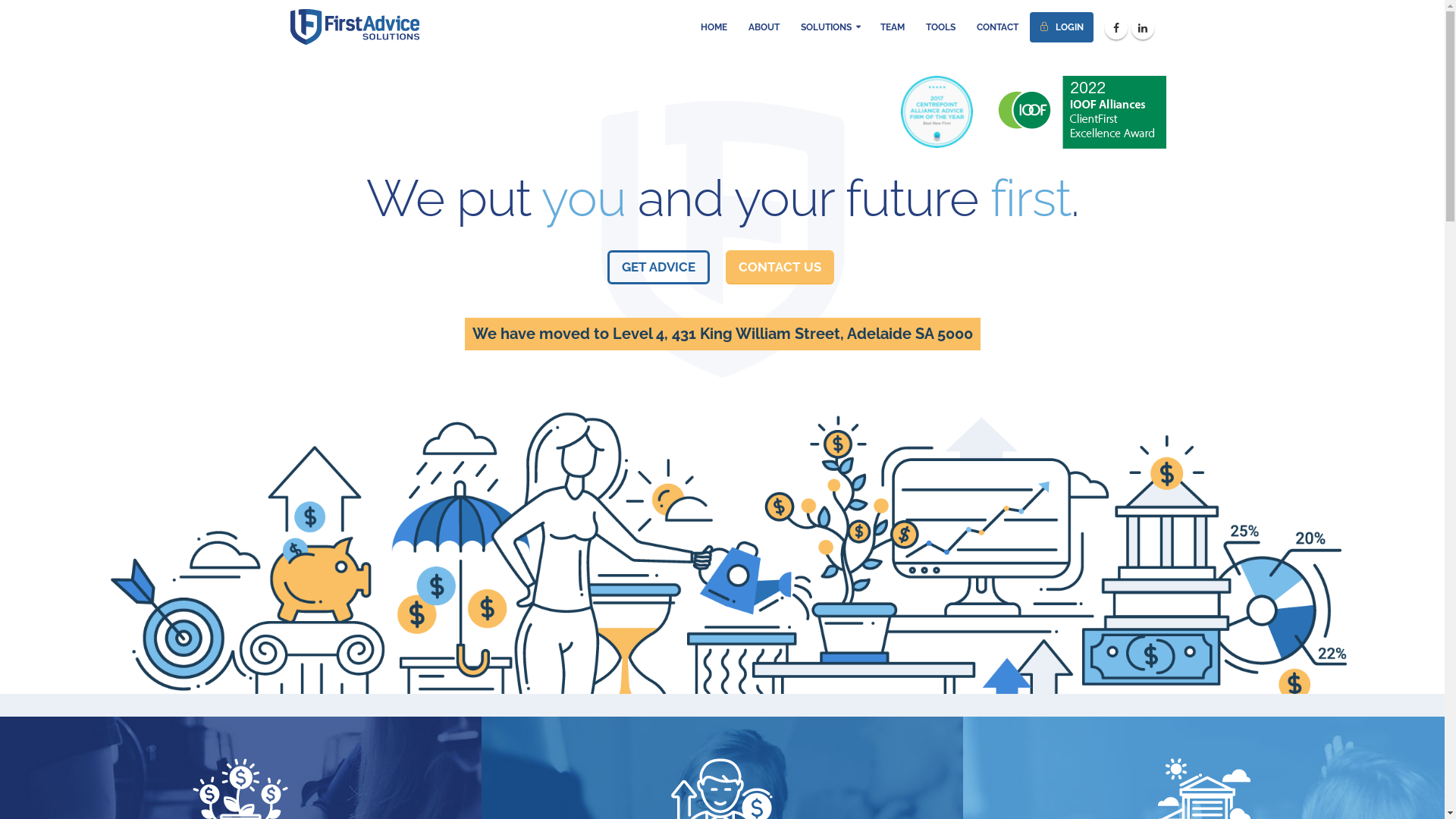 The width and height of the screenshot is (1456, 819). What do you see at coordinates (940, 27) in the screenshot?
I see `'TOOLS'` at bounding box center [940, 27].